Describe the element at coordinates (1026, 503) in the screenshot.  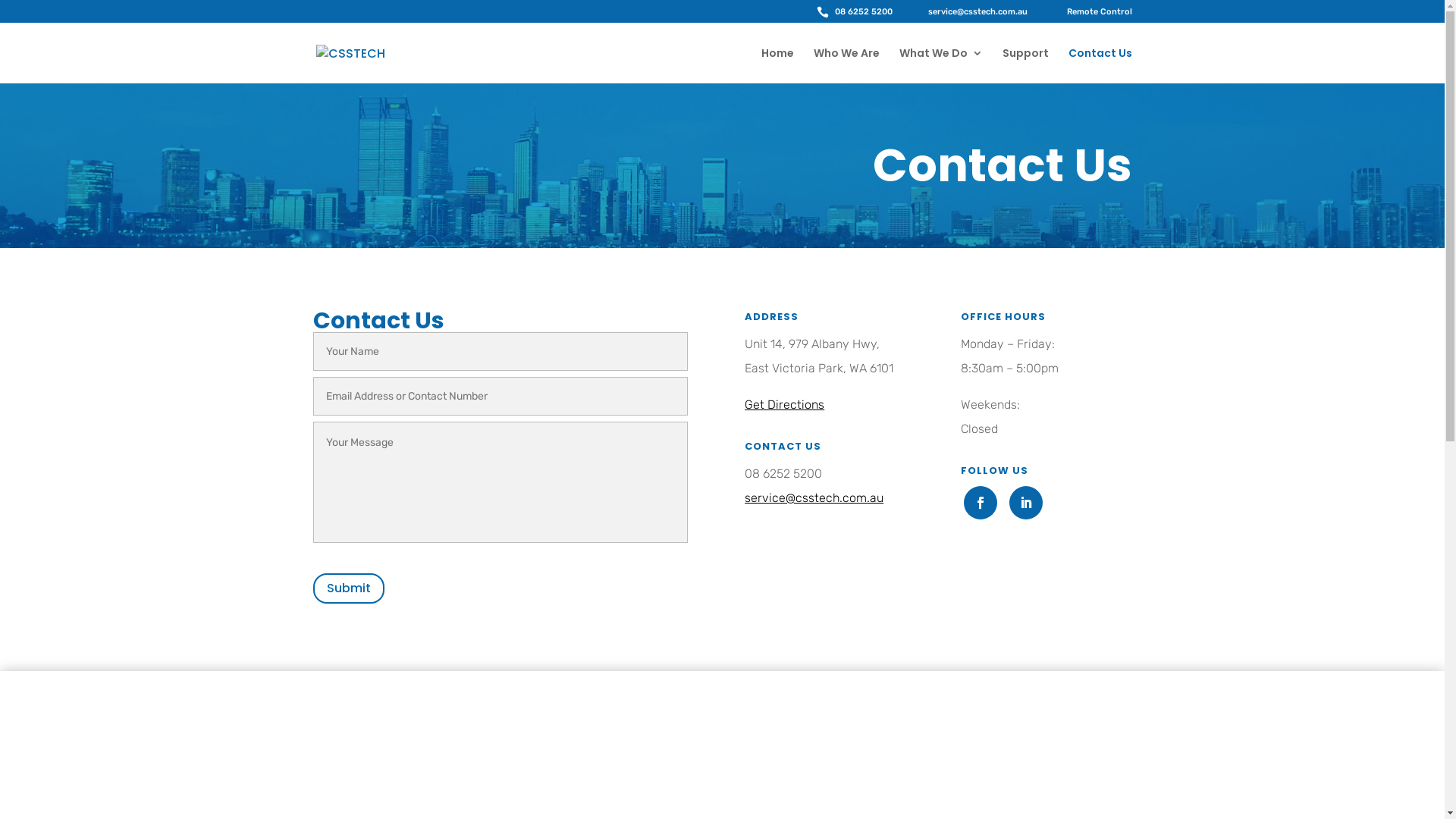
I see `'Follow on LinkedIn'` at that location.